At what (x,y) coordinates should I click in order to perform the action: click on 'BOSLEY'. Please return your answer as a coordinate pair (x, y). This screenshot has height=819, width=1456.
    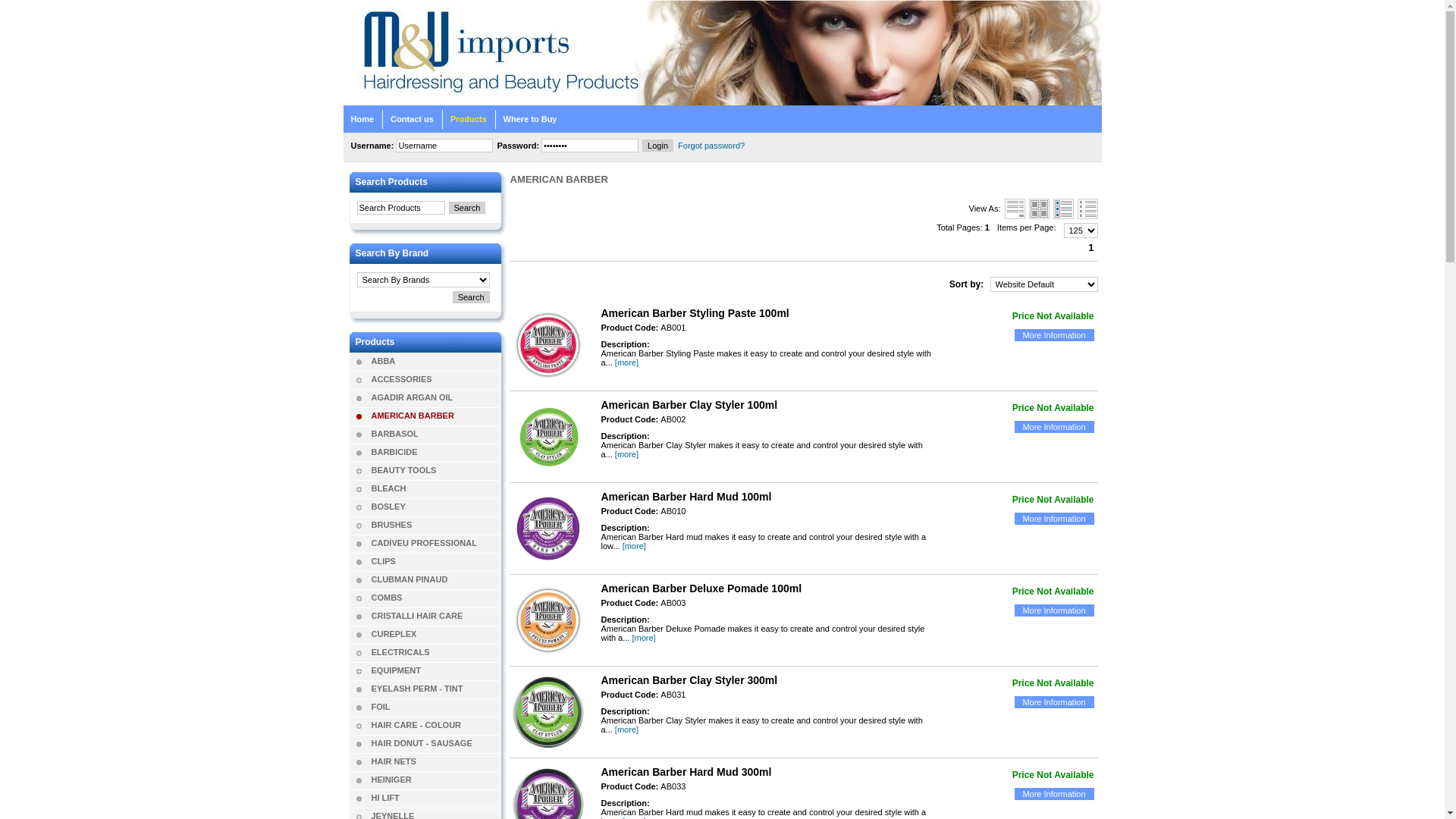
    Looking at the image, I should click on (435, 506).